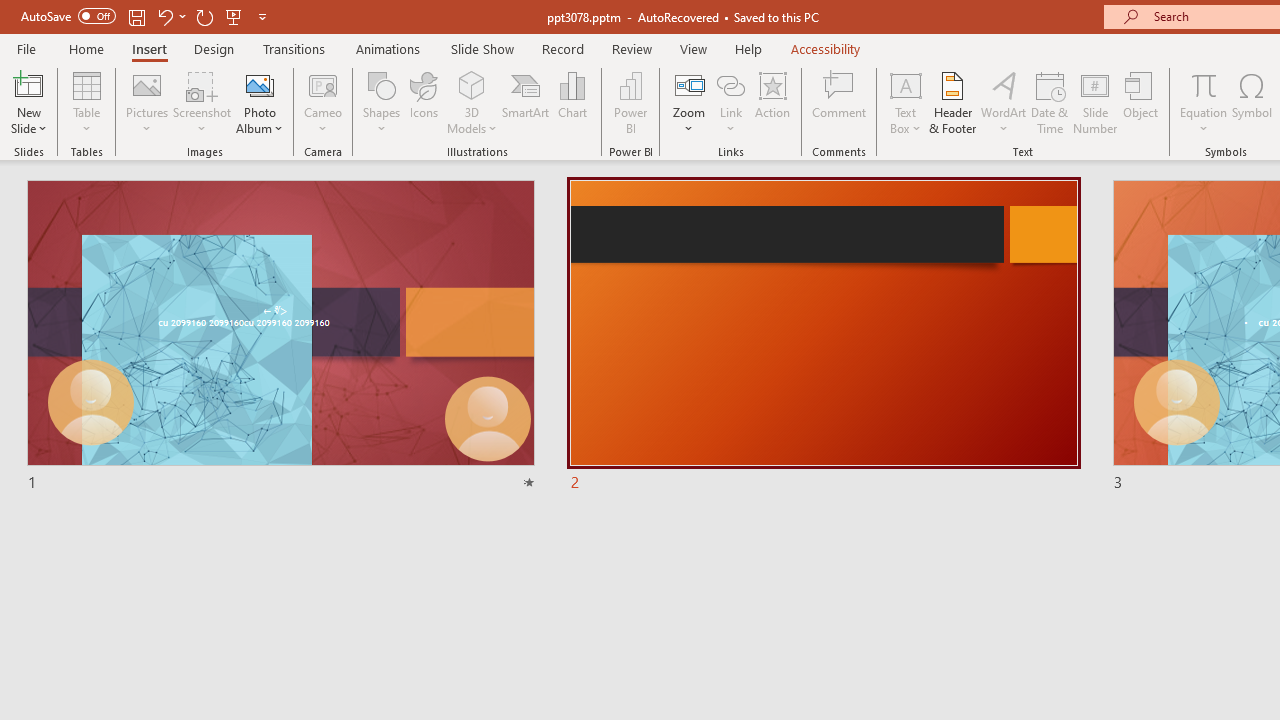 This screenshot has height=720, width=1280. What do you see at coordinates (1094, 103) in the screenshot?
I see `'Slide Number'` at bounding box center [1094, 103].